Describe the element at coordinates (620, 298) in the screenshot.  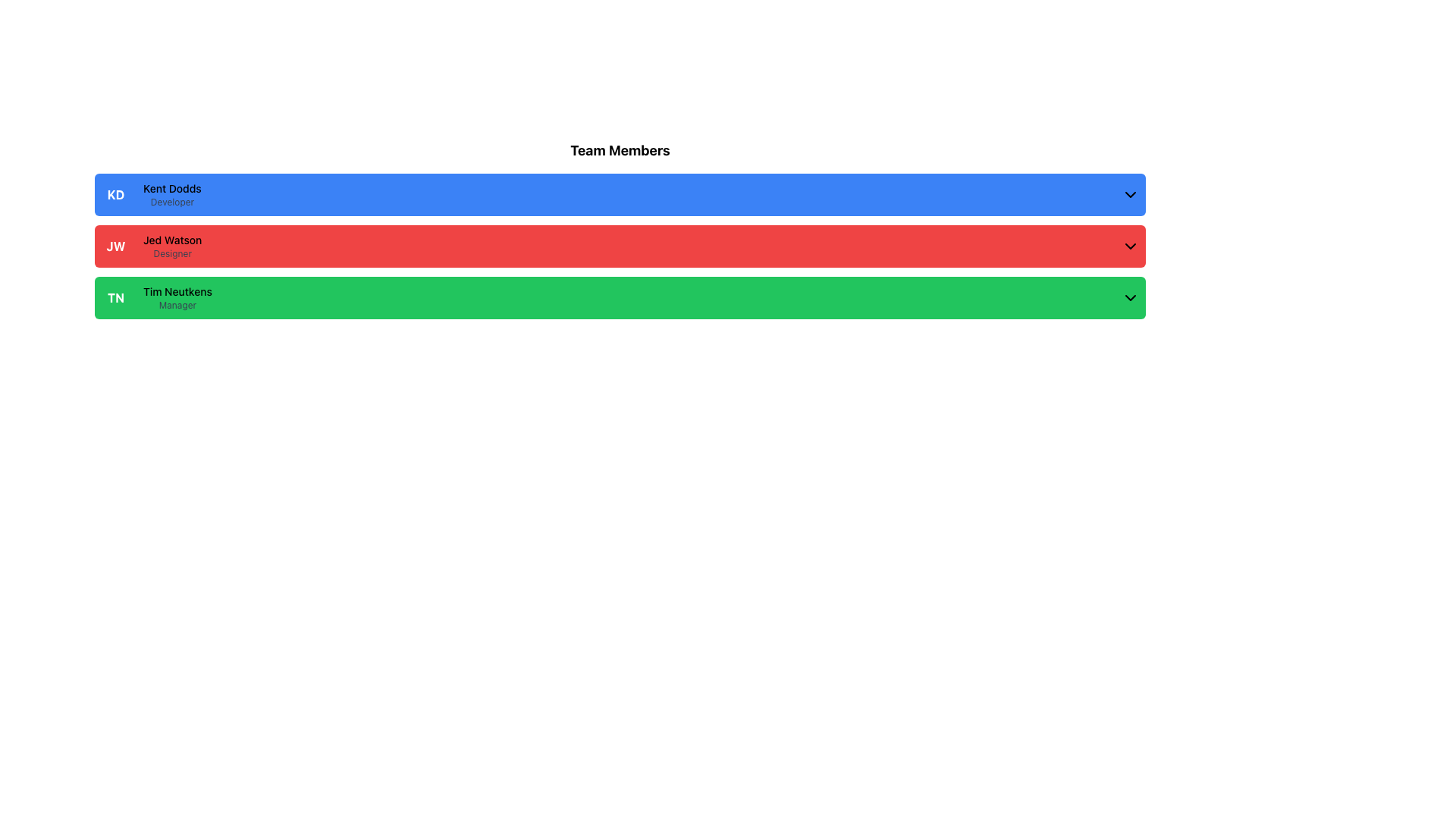
I see `keyboard navigation` at that location.